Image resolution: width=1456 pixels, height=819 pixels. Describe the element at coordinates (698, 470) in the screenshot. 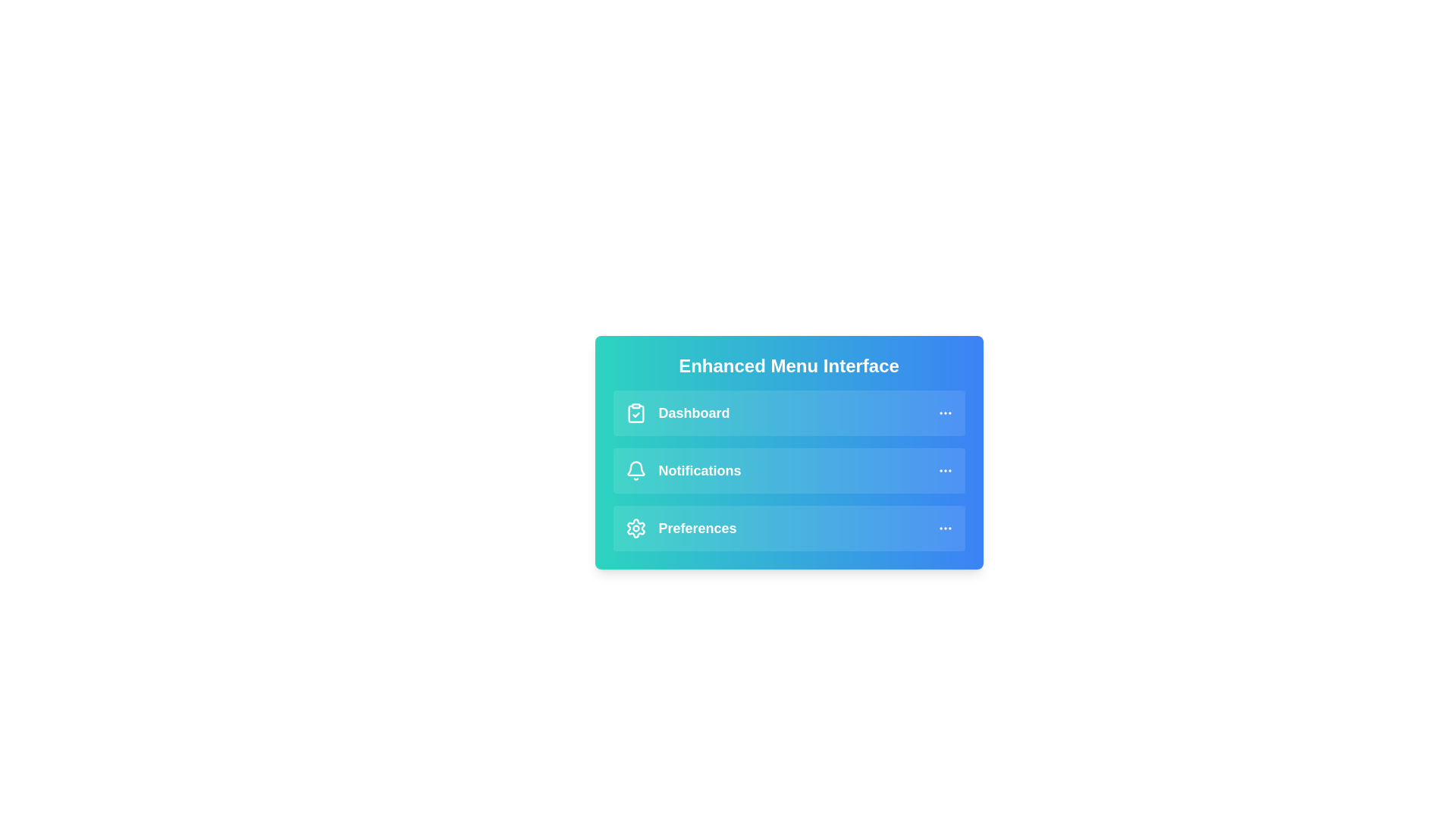

I see `the 'Notifications' text label, which is styled in a bold, large font and positioned within a menu area with a gradient background, aligned with a bell icon to its left` at that location.